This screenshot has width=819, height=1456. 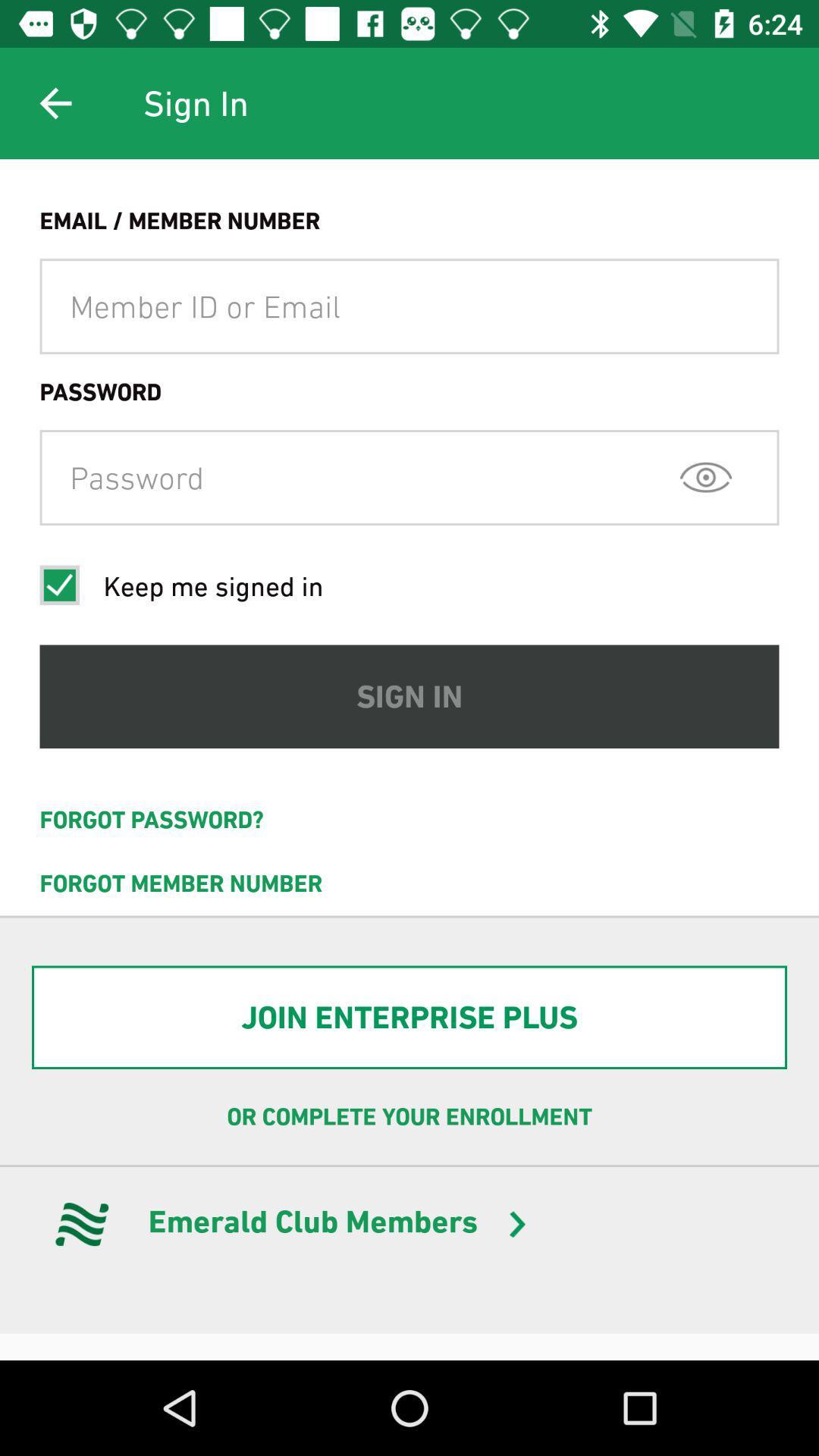 I want to click on item above the or complete your, so click(x=409, y=1017).